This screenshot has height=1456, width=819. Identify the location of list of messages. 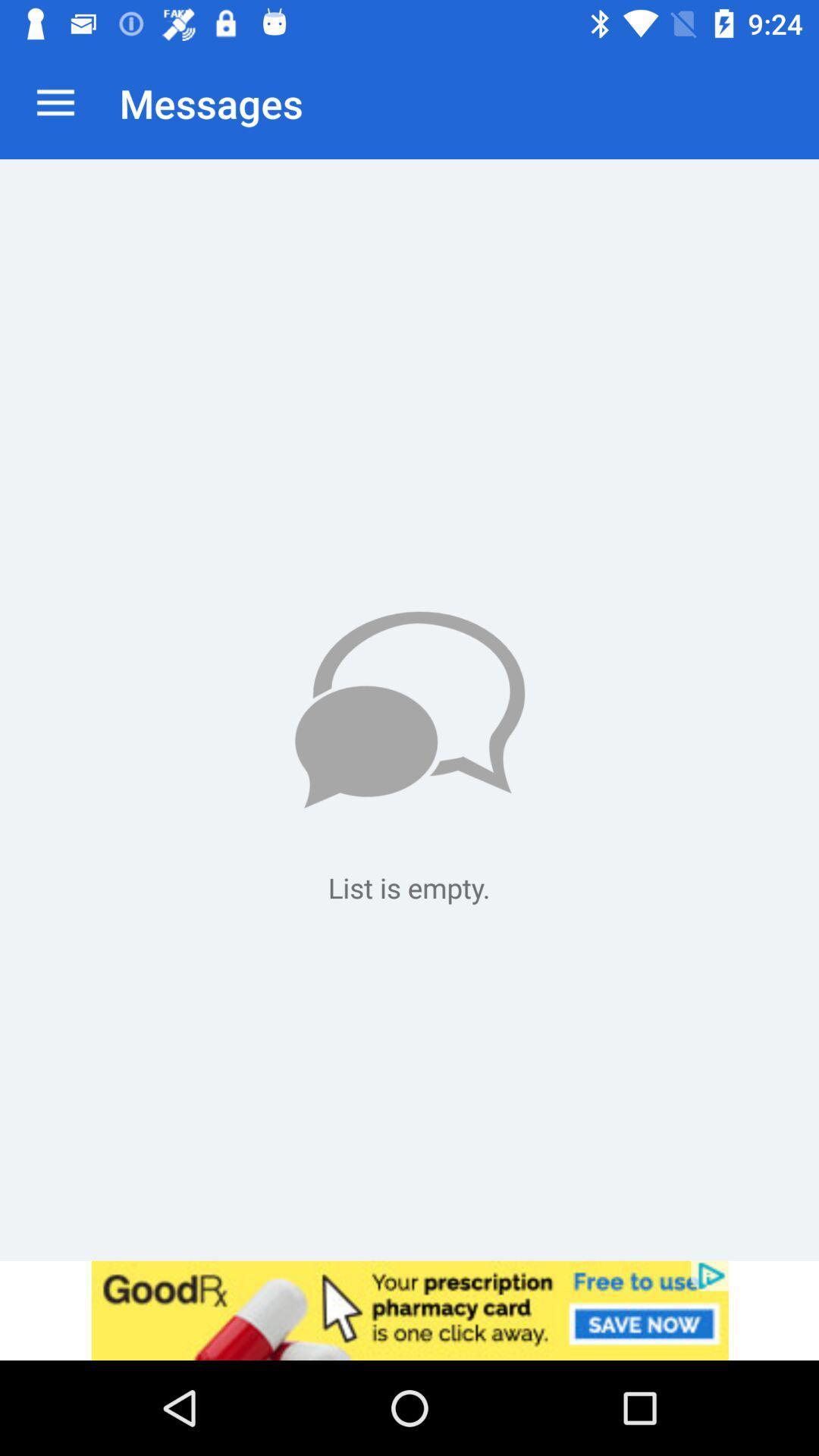
(409, 709).